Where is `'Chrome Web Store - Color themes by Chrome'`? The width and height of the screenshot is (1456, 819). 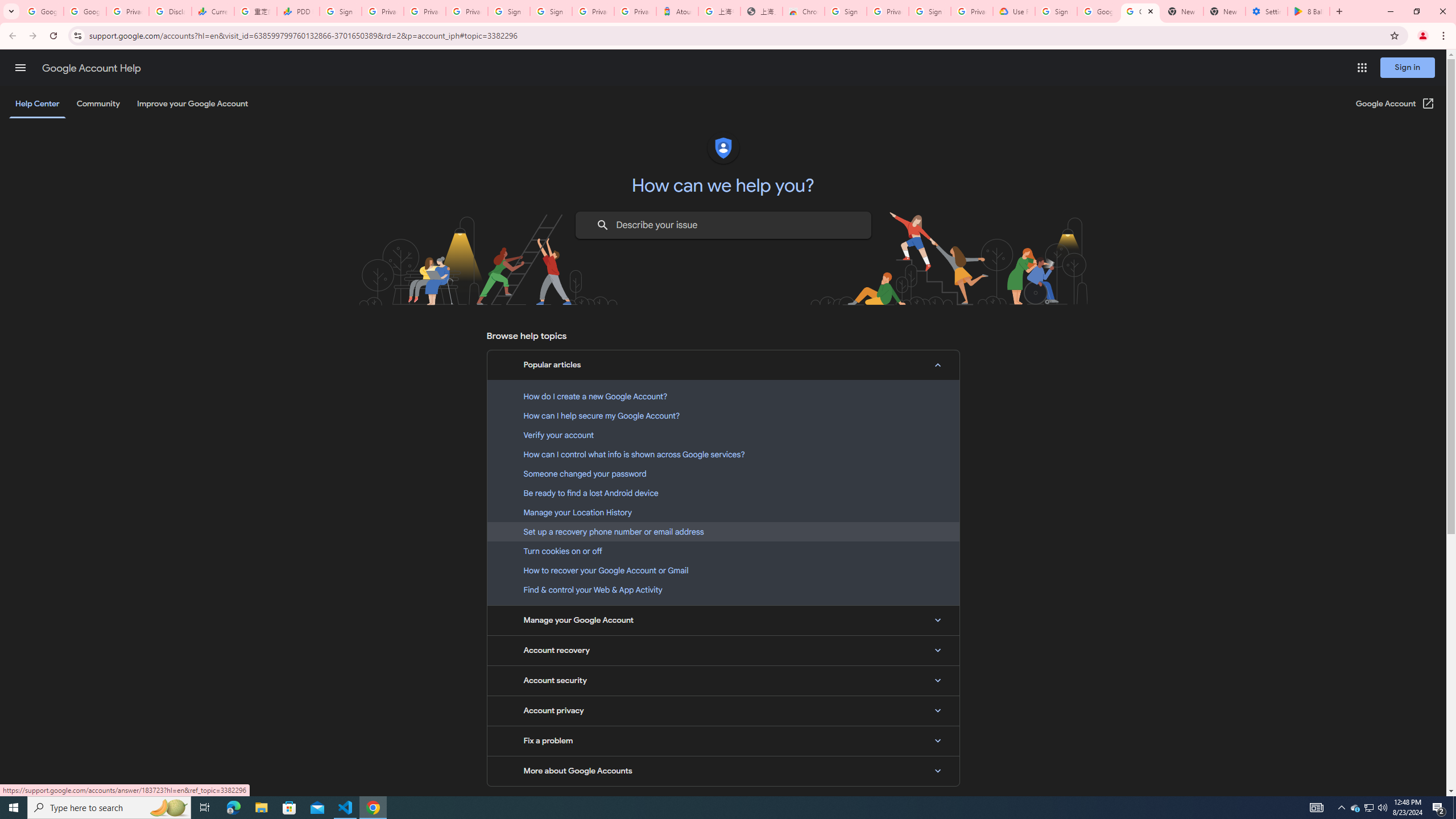
'Chrome Web Store - Color themes by Chrome' is located at coordinates (804, 11).